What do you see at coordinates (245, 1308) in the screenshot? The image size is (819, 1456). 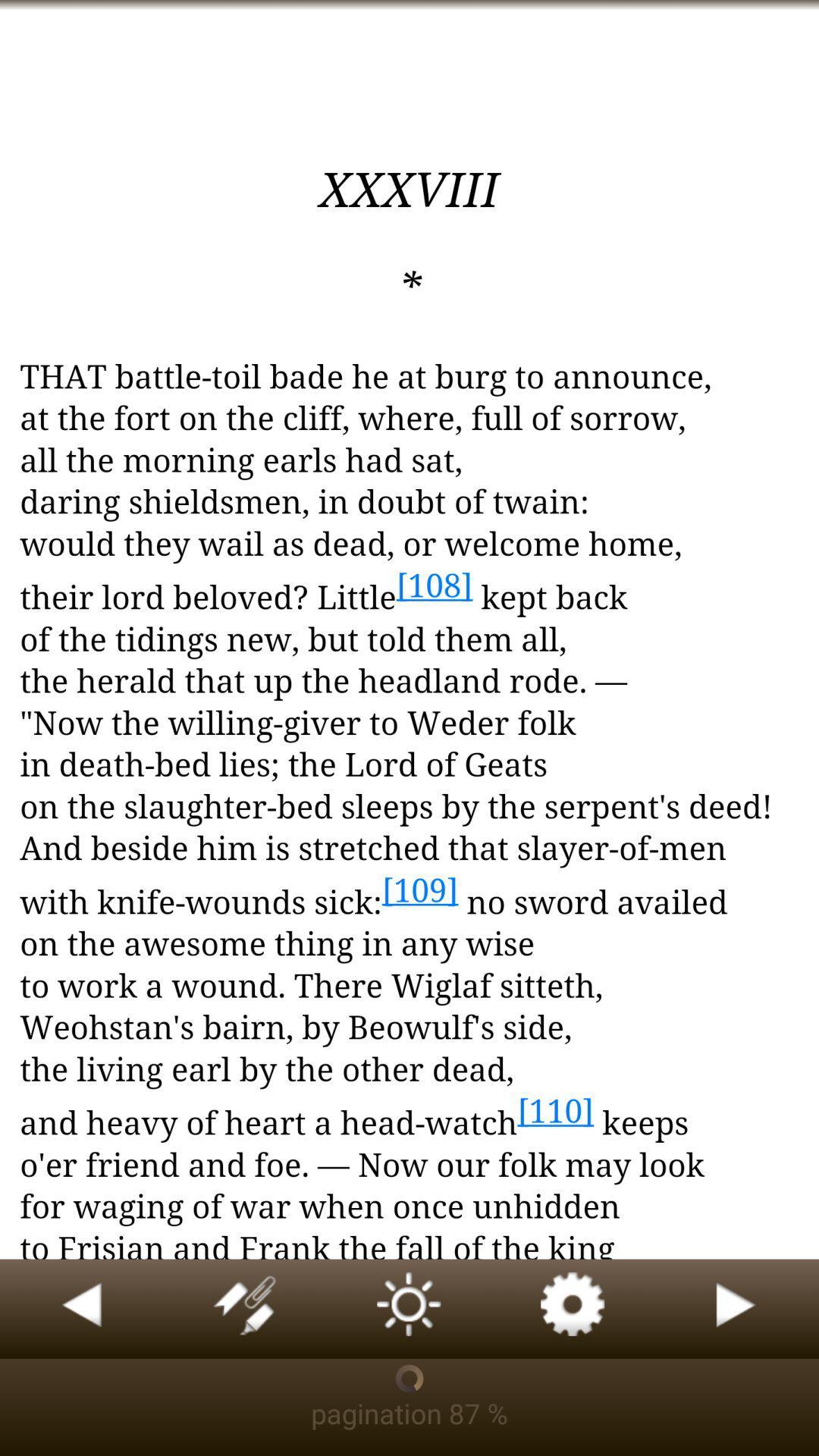 I see `place option` at bounding box center [245, 1308].